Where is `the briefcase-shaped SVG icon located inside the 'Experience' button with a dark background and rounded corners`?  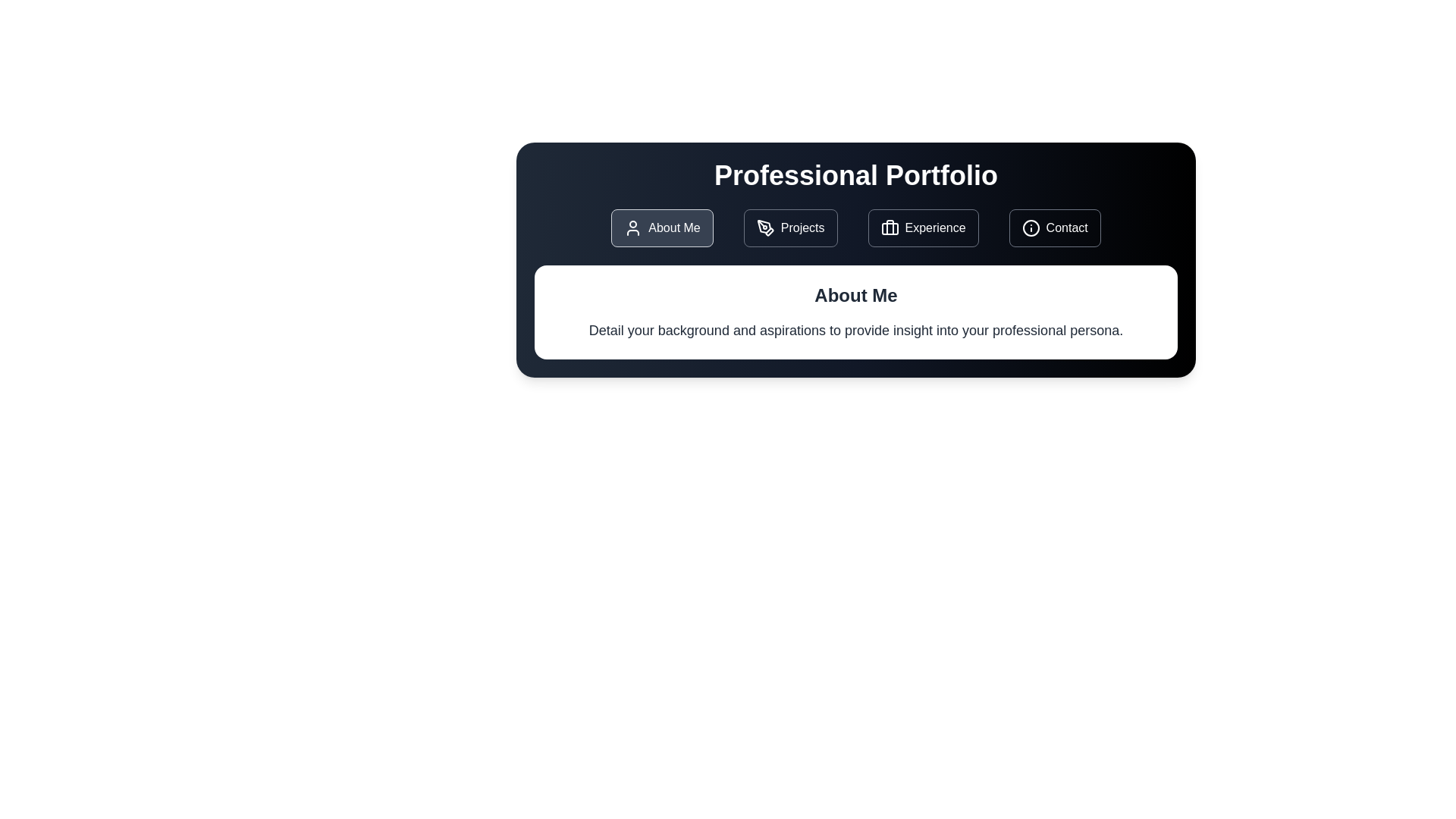
the briefcase-shaped SVG icon located inside the 'Experience' button with a dark background and rounded corners is located at coordinates (890, 227).